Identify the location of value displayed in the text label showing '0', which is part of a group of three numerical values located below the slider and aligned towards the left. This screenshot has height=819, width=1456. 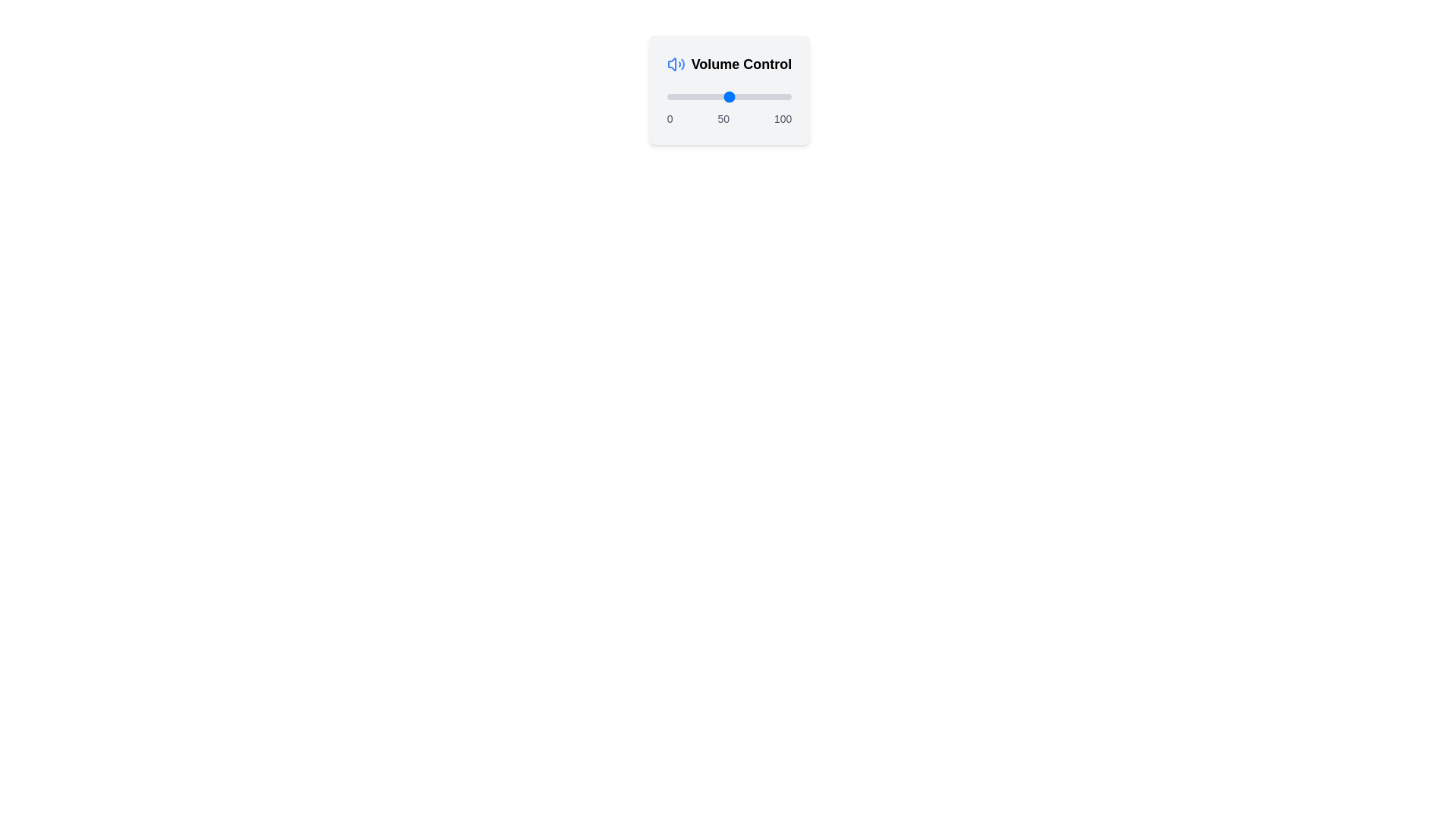
(669, 118).